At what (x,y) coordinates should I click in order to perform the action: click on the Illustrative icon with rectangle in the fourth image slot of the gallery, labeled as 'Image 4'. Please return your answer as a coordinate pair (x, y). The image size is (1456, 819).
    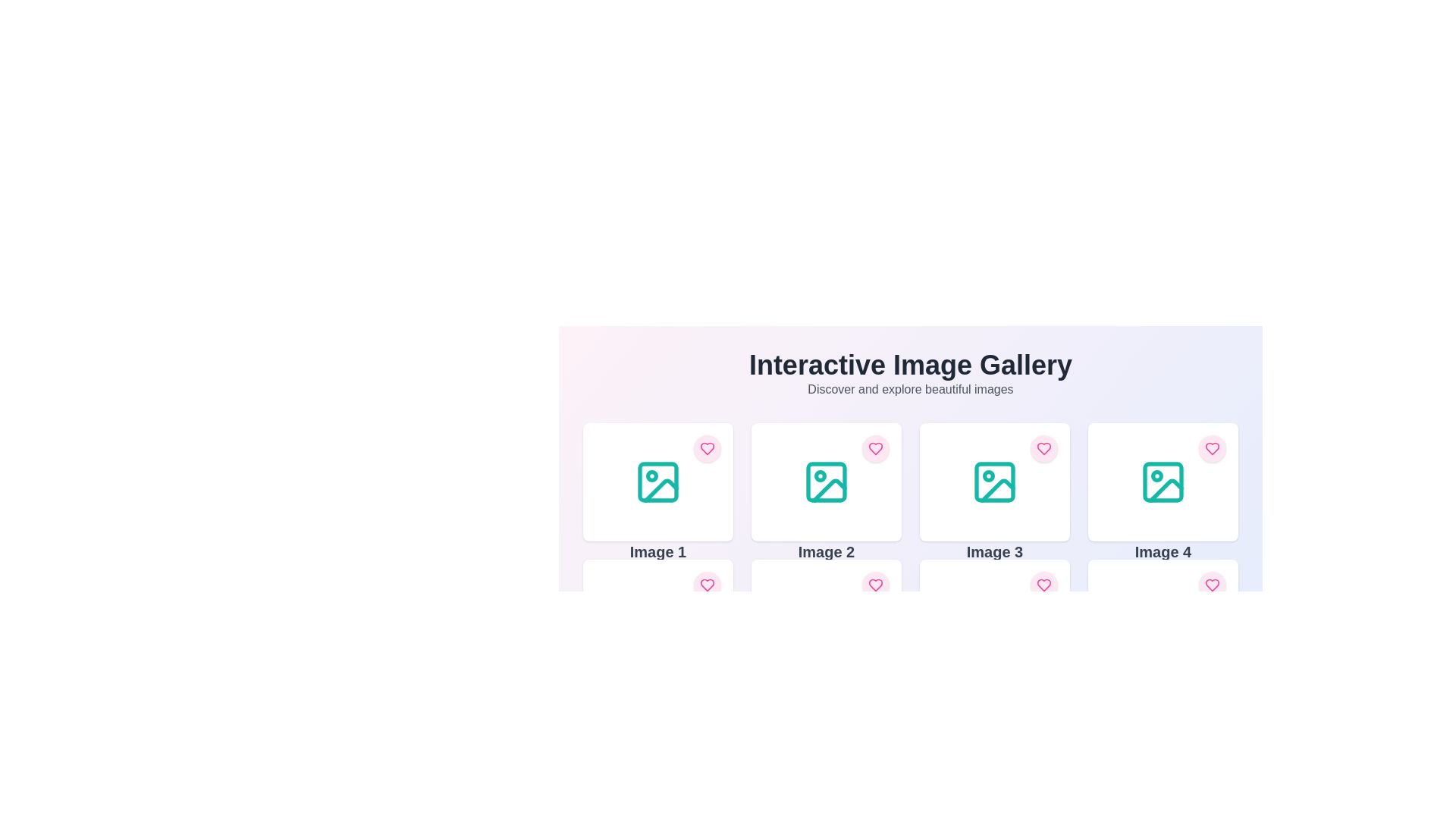
    Looking at the image, I should click on (1163, 482).